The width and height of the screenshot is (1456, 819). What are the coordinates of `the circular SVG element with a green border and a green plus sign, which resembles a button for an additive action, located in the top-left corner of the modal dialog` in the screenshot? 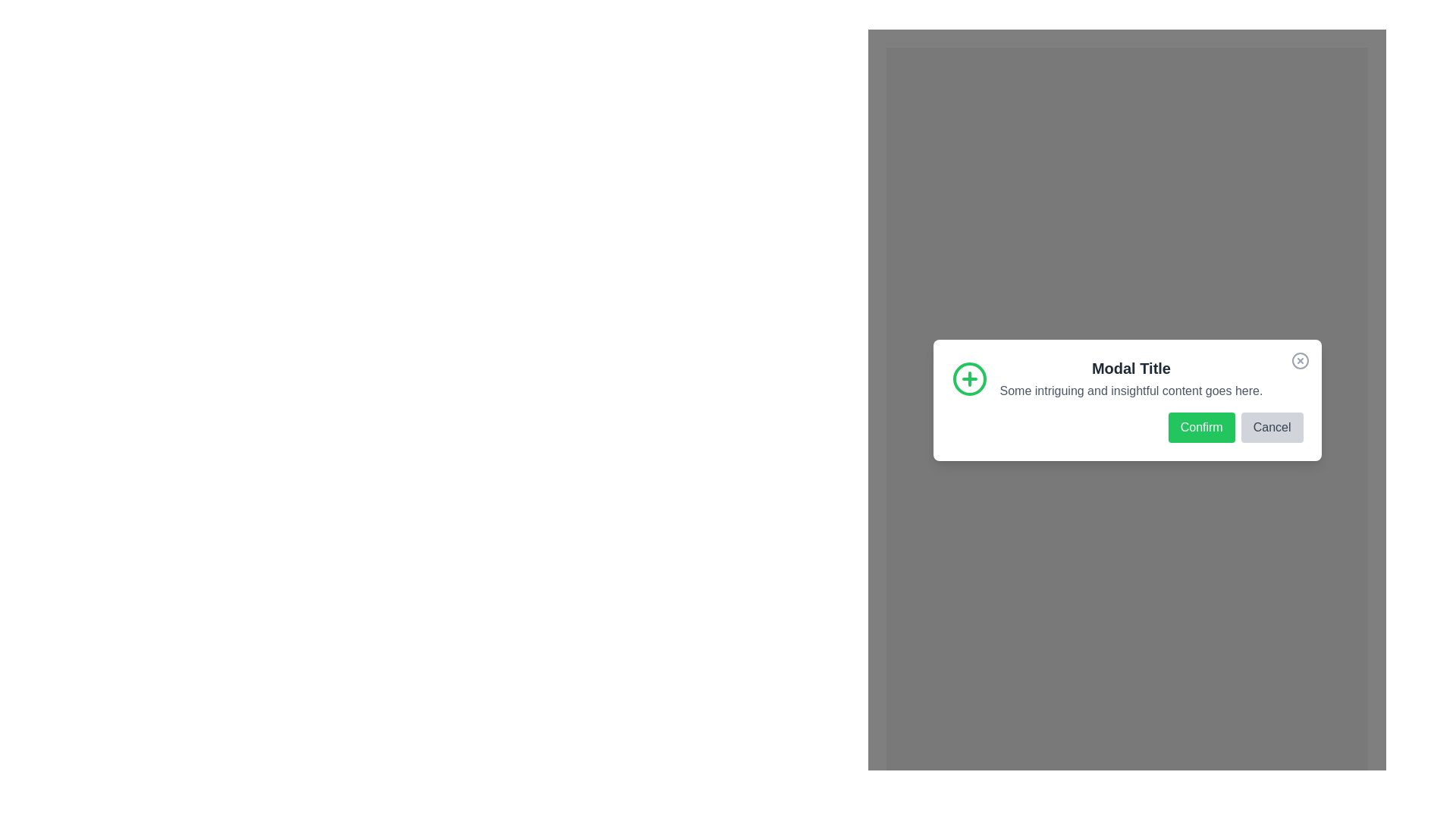 It's located at (968, 378).